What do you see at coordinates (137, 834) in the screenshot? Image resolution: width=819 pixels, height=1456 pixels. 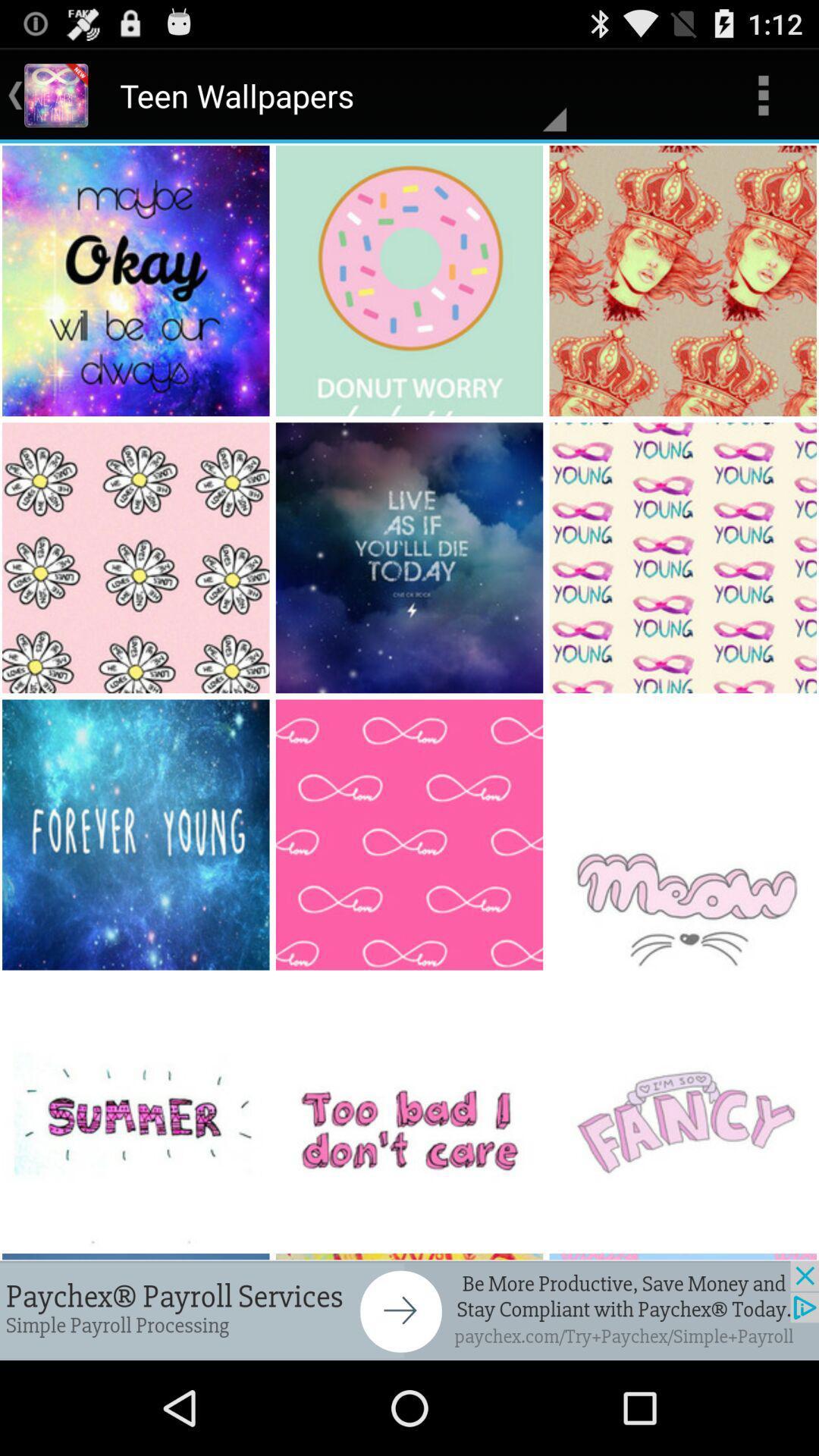 I see `the image  from the bottom left` at bounding box center [137, 834].